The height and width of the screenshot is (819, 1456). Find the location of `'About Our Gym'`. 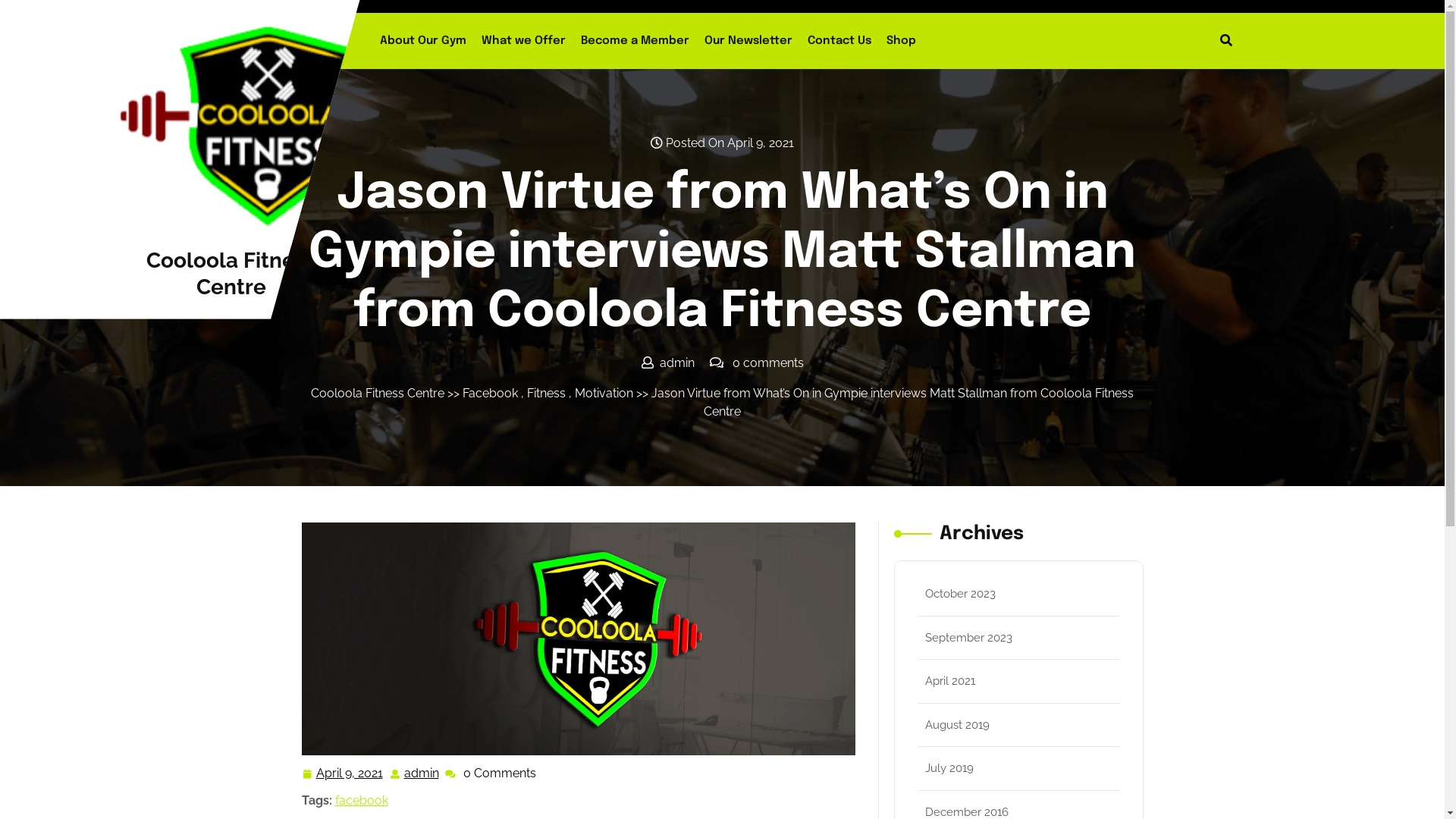

'About Our Gym' is located at coordinates (422, 39).